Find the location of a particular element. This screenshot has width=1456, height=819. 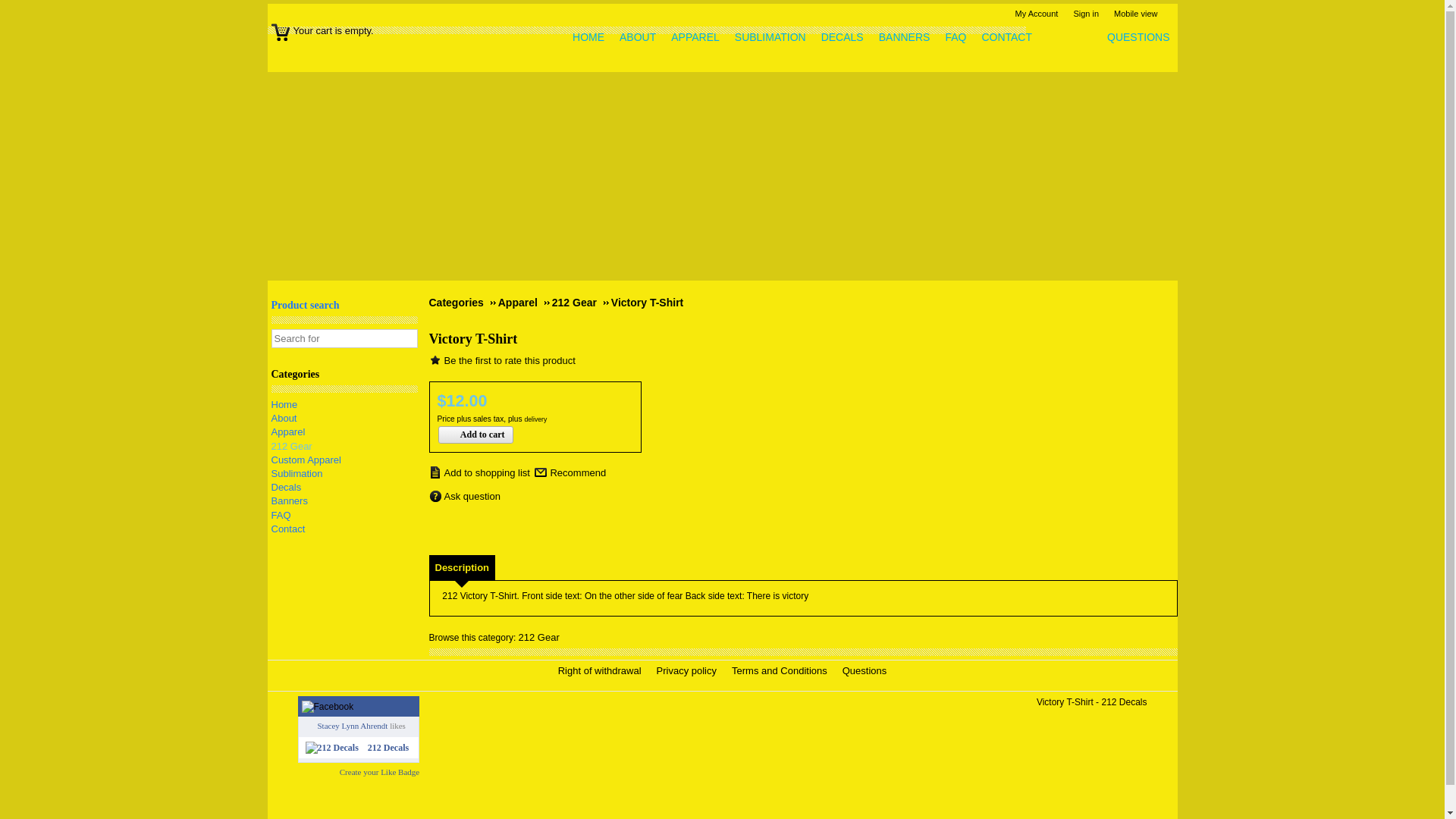

'delivery' is located at coordinates (535, 419).